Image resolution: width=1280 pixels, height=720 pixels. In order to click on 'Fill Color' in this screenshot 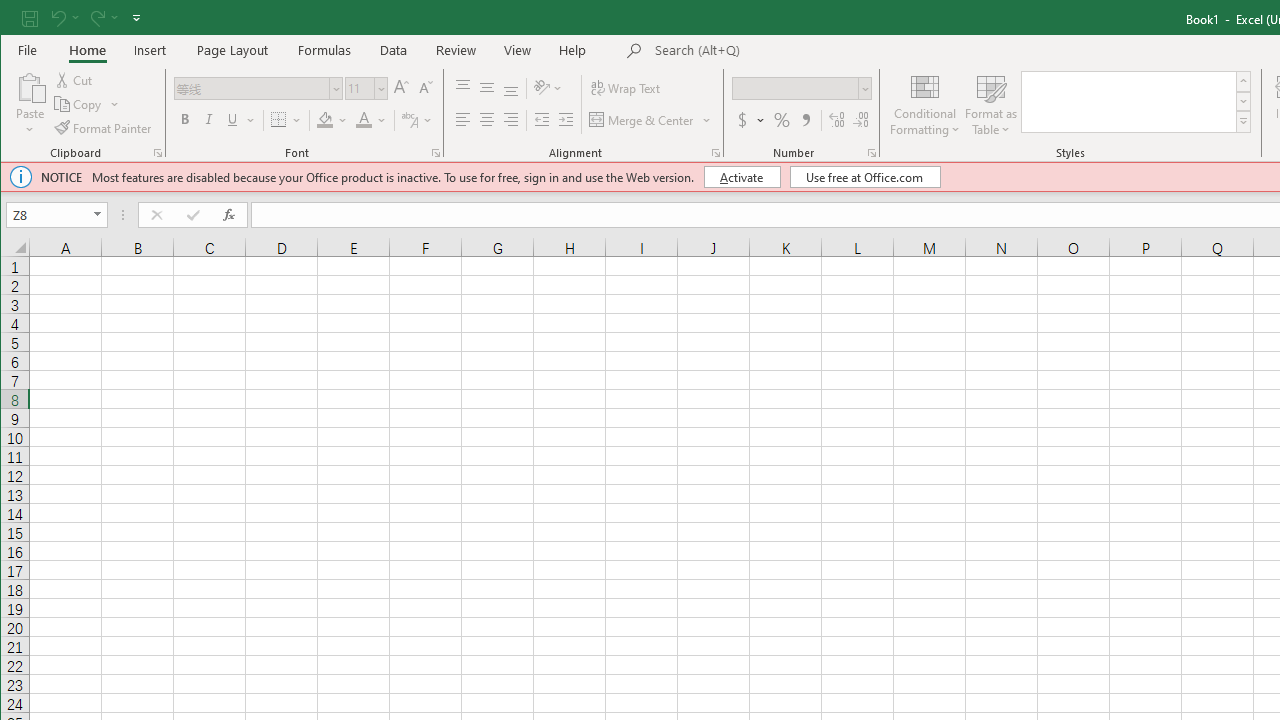, I will do `click(324, 120)`.